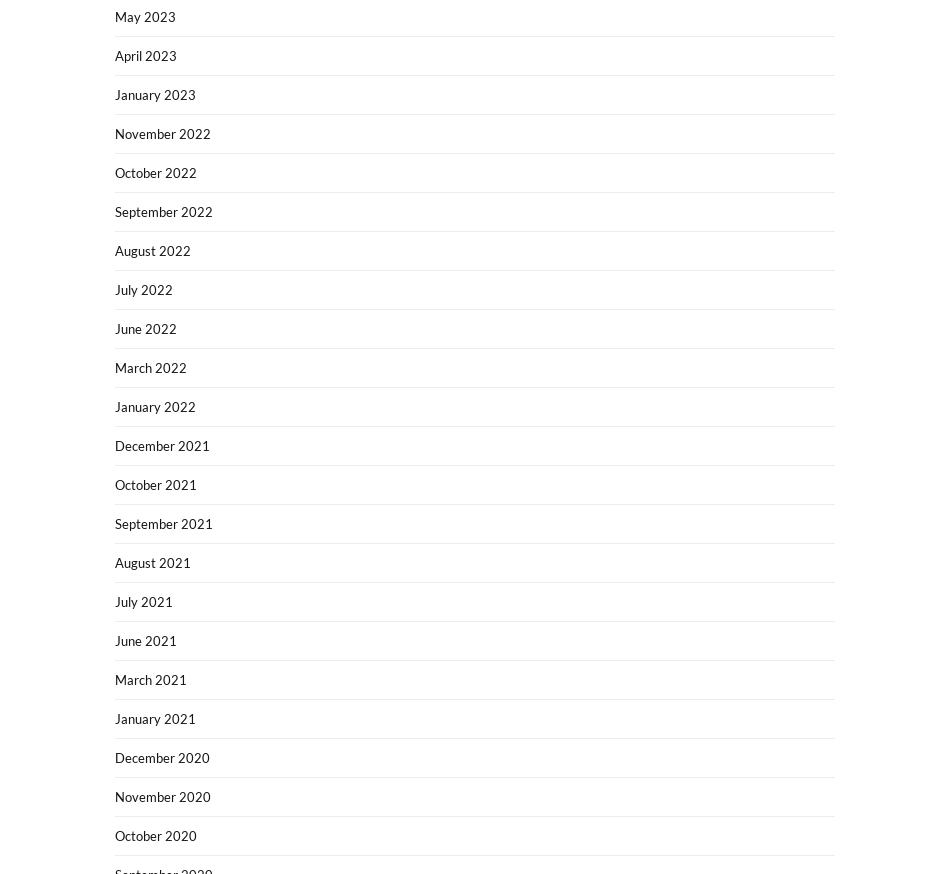  What do you see at coordinates (155, 719) in the screenshot?
I see `'January 2021'` at bounding box center [155, 719].